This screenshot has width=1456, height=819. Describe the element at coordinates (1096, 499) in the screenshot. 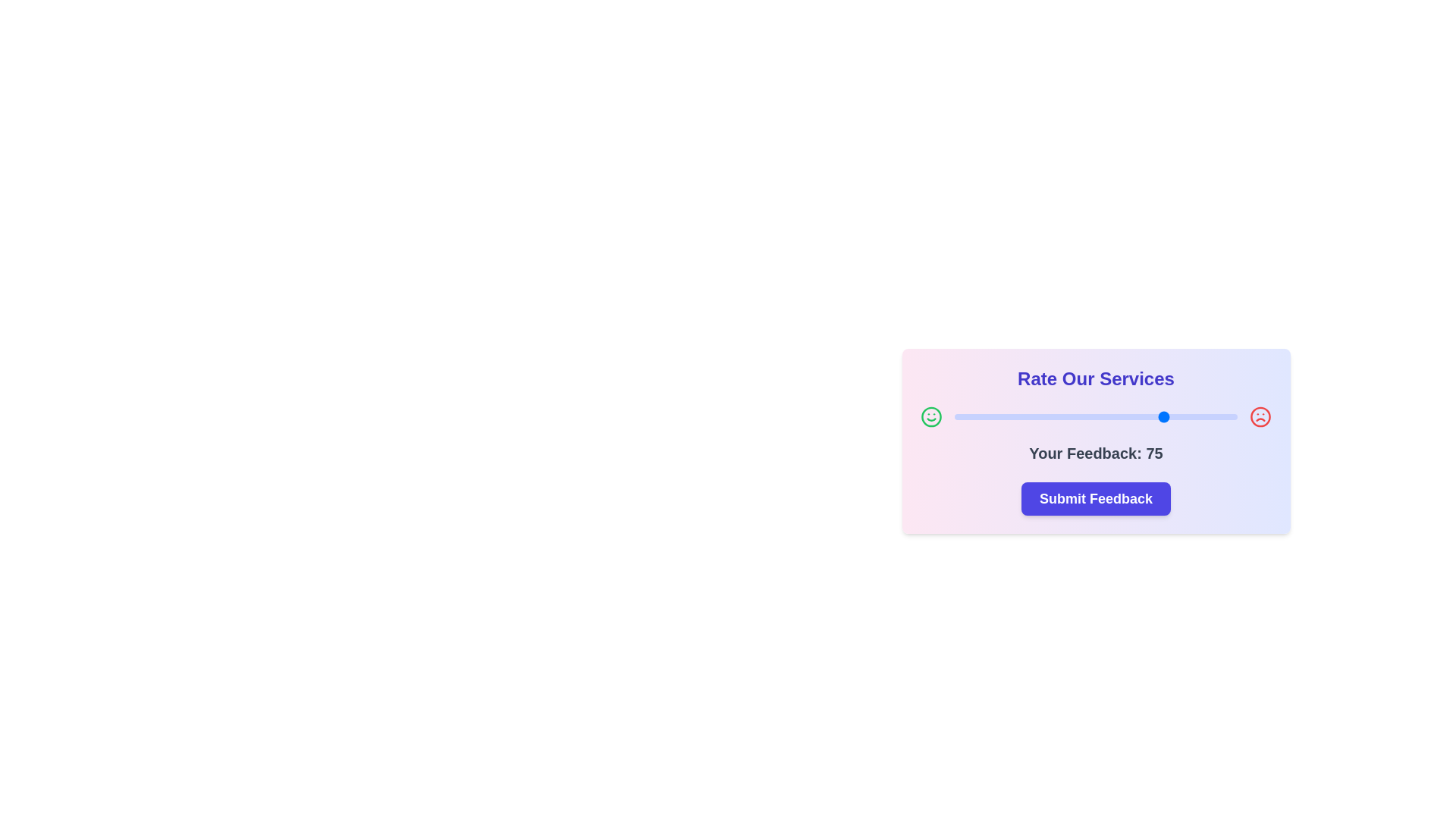

I see `the 'Submit Feedback' button located at its center` at that location.